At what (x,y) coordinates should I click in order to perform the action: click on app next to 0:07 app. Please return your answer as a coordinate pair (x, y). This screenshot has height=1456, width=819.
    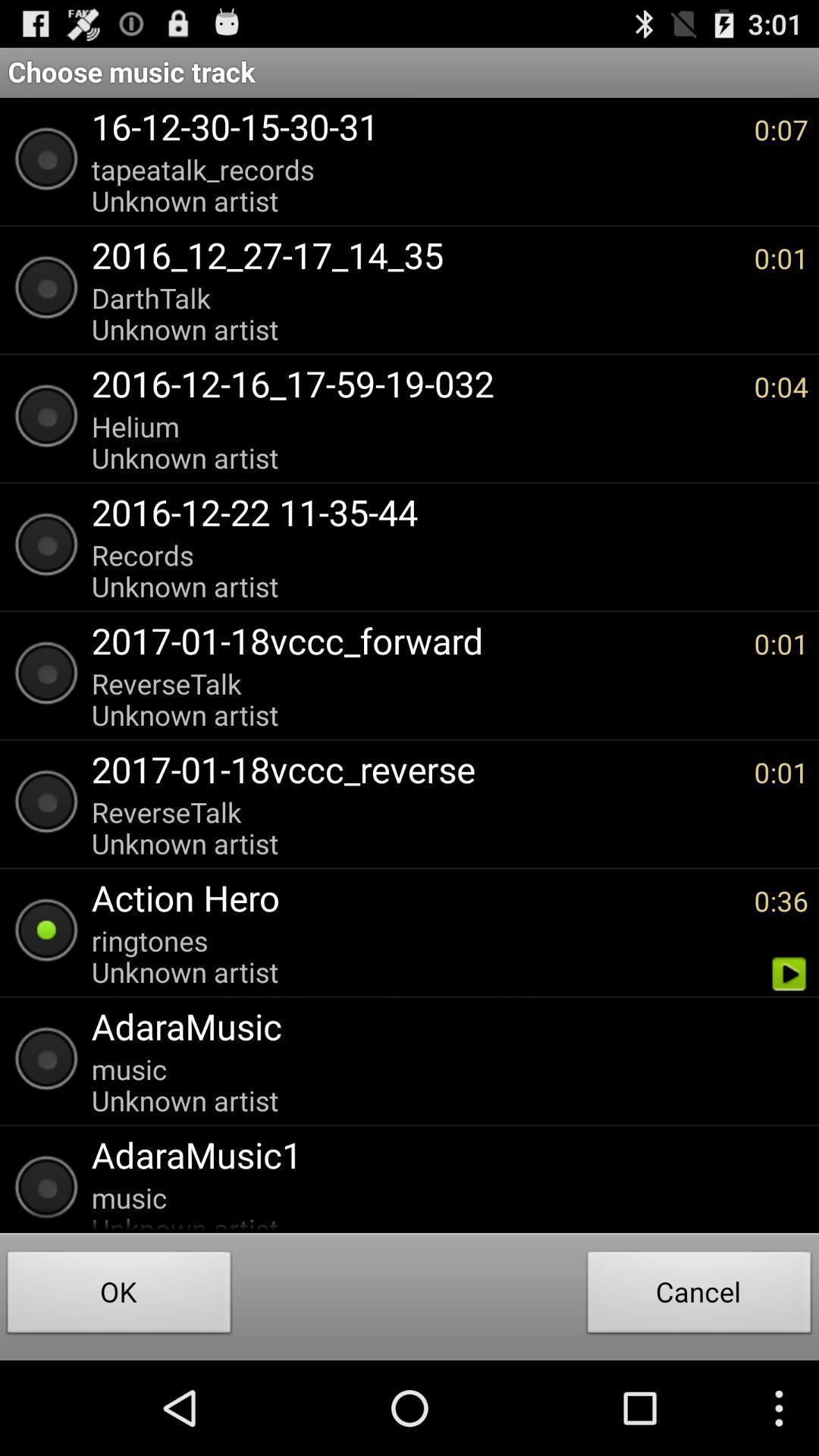
    Looking at the image, I should click on (415, 184).